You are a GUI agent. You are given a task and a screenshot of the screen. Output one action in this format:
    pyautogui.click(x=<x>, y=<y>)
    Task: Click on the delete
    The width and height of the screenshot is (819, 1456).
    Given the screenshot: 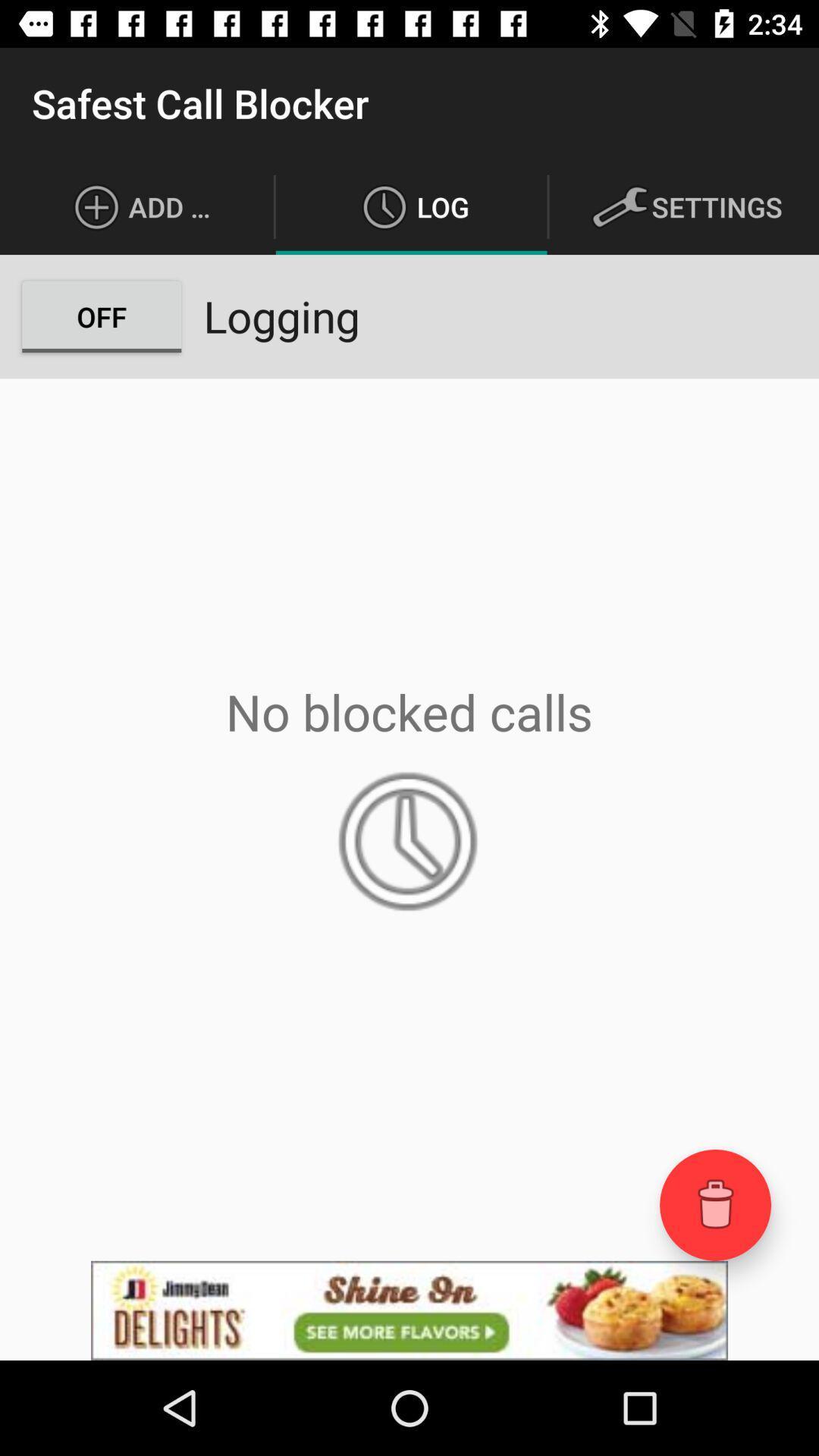 What is the action you would take?
    pyautogui.click(x=715, y=1204)
    